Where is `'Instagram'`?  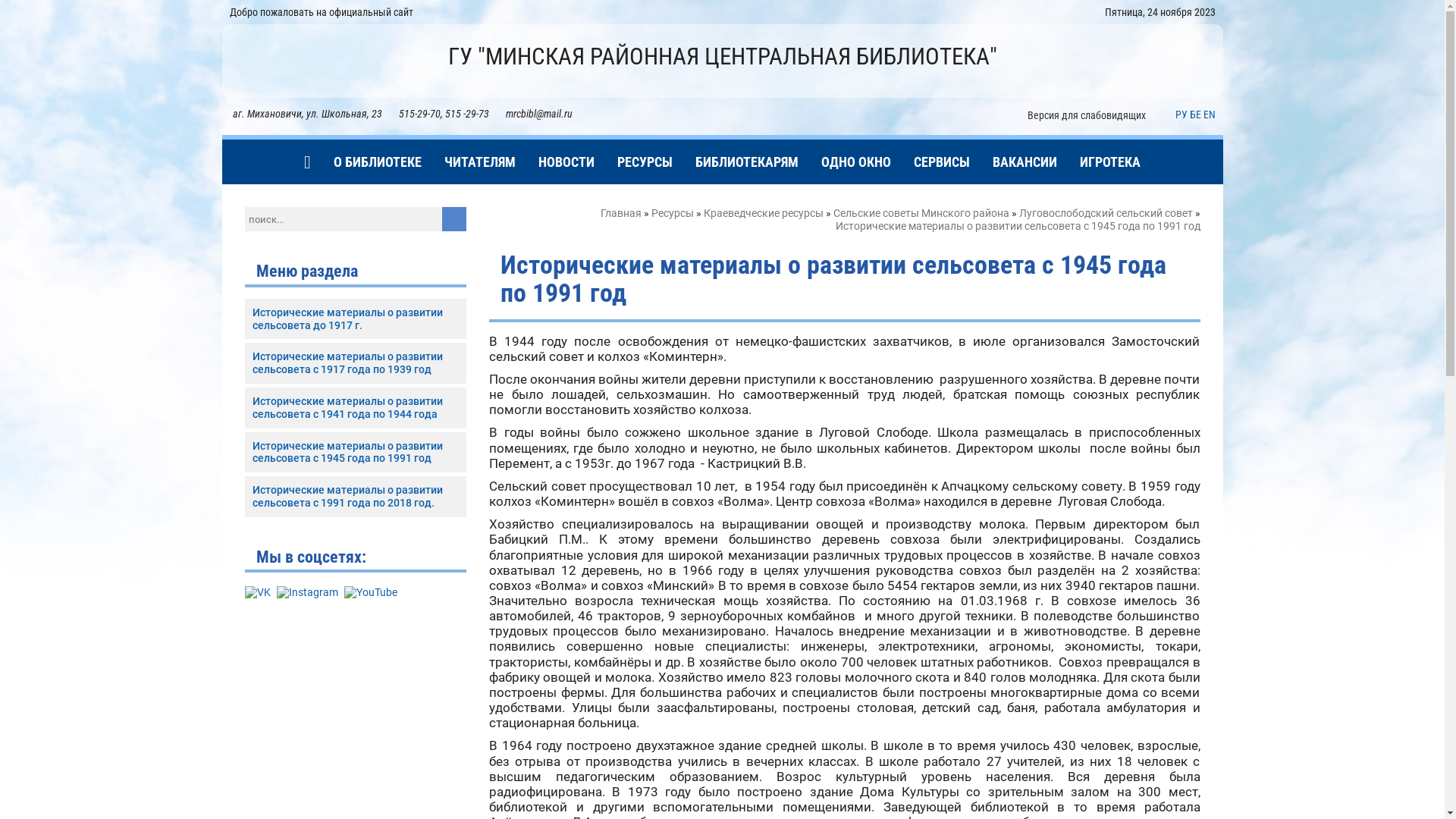 'Instagram' is located at coordinates (306, 591).